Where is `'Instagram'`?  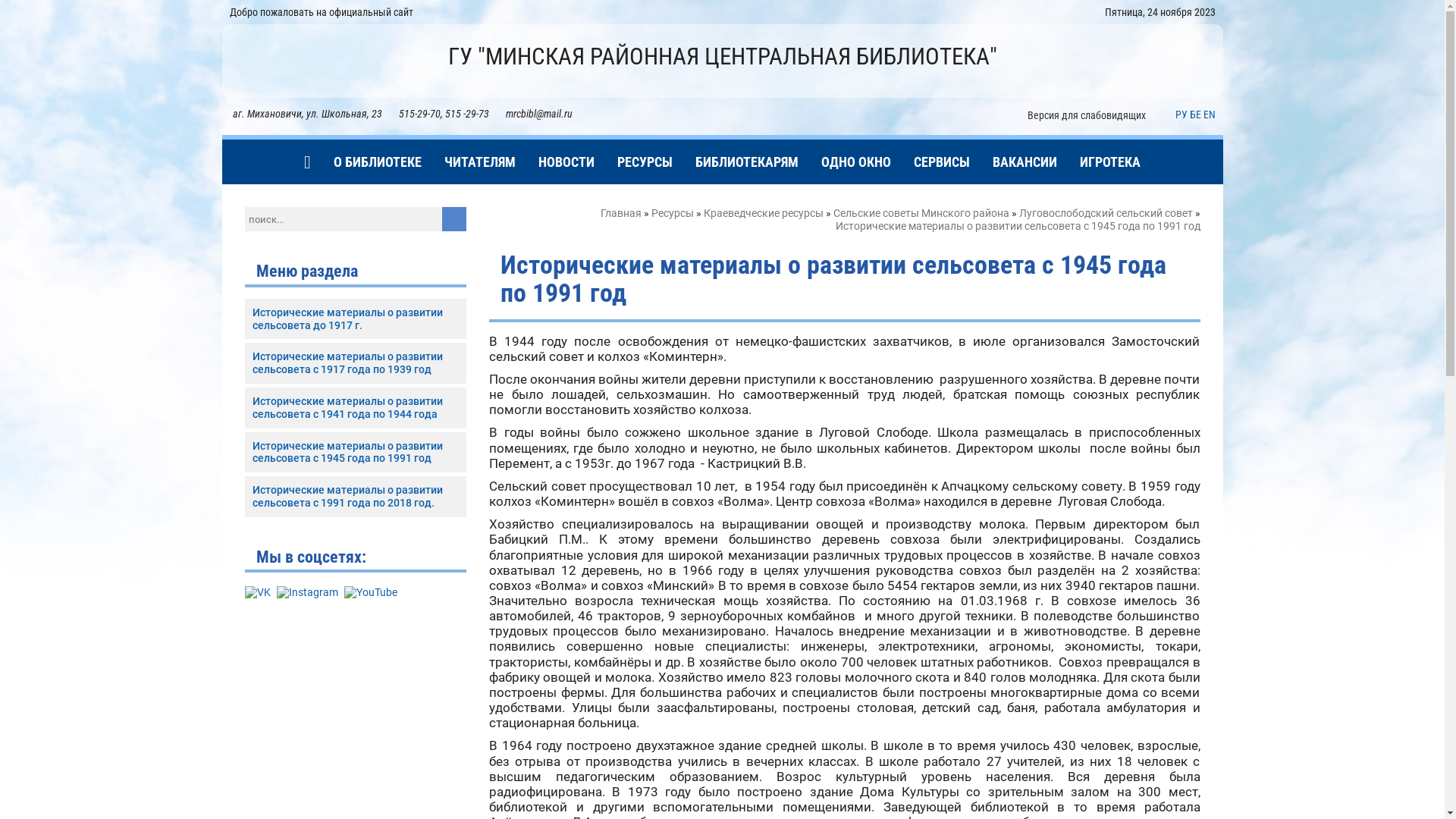 'Instagram' is located at coordinates (306, 591).